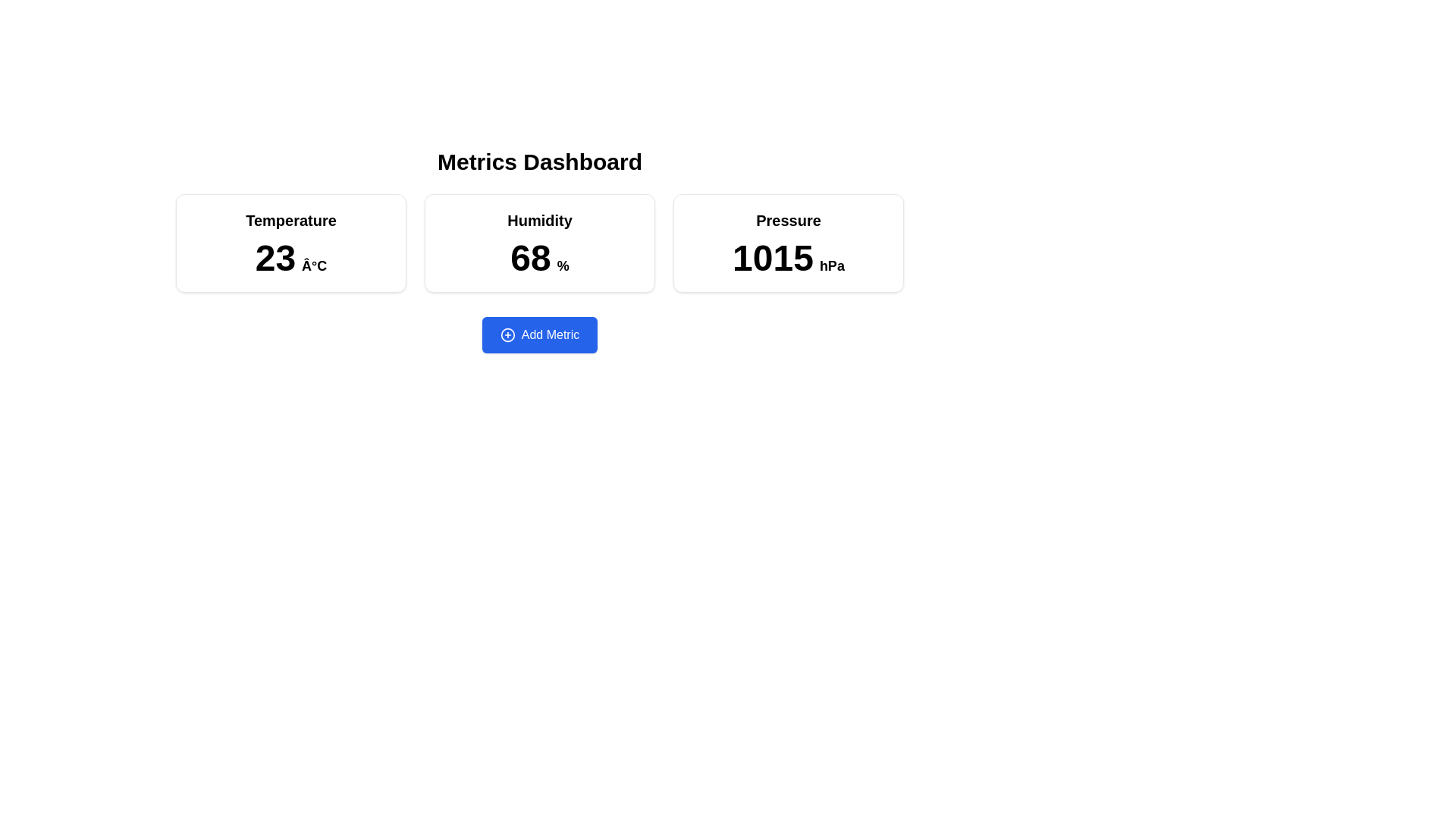  Describe the element at coordinates (539, 242) in the screenshot. I see `displayed data on the 'Humidity' informational card, which shows '68%' beneath the label in bold lettering` at that location.